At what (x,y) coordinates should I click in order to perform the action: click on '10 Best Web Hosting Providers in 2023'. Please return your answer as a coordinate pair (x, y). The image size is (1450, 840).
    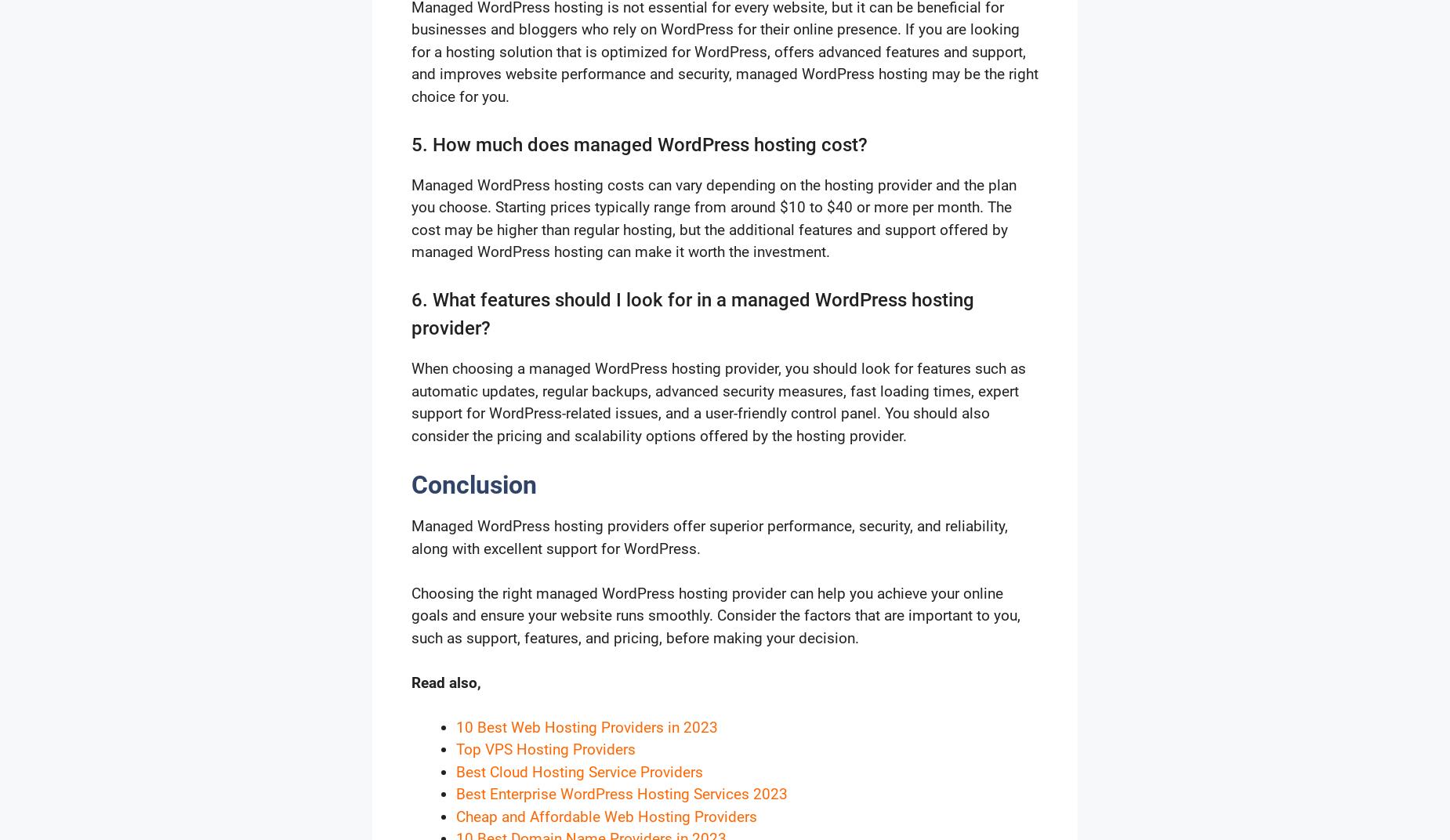
    Looking at the image, I should click on (587, 726).